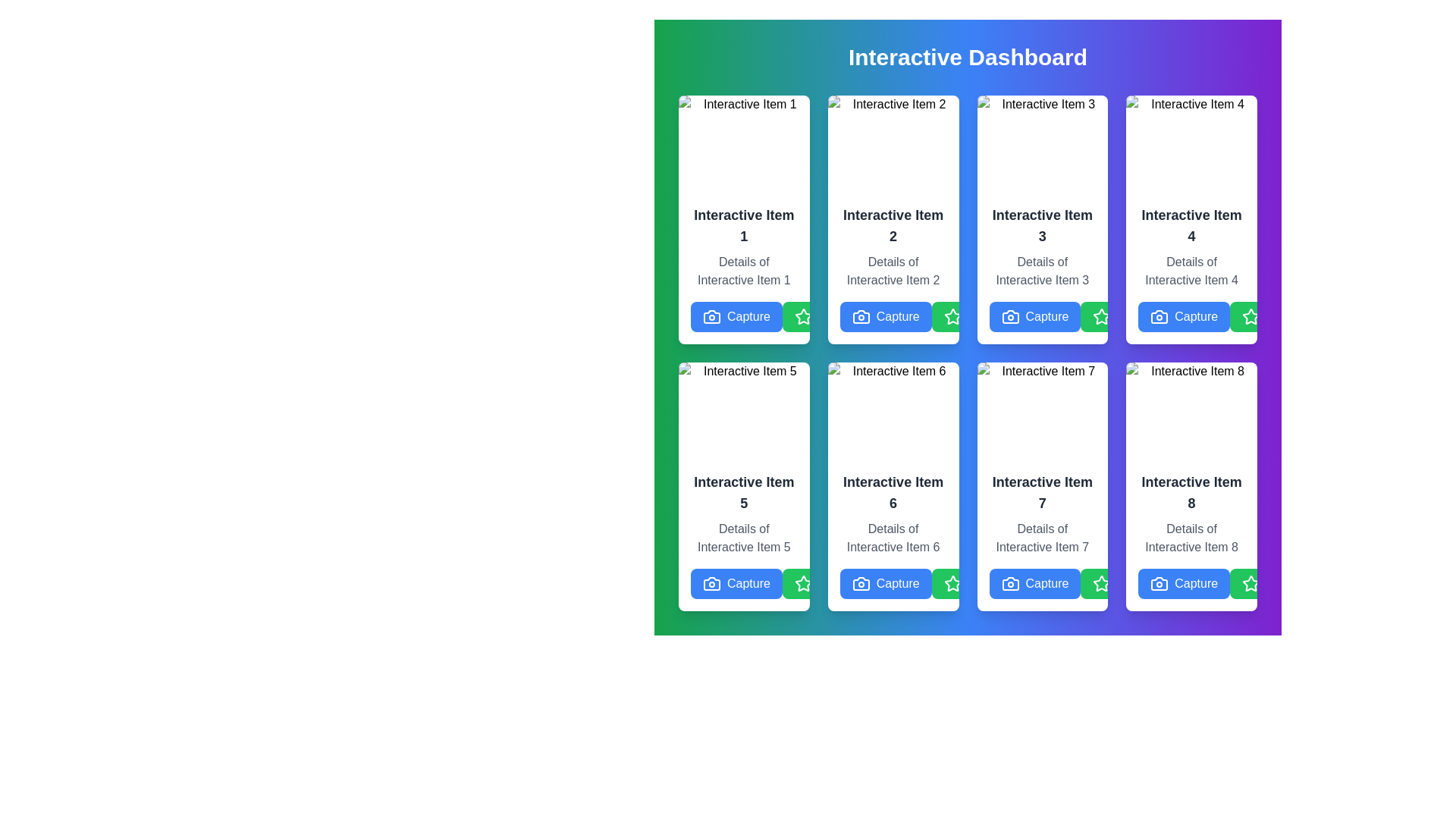  I want to click on the camera icon located in the bottom section of the second card labeled 'Interactive Item 2' in the grid layout, so click(861, 315).